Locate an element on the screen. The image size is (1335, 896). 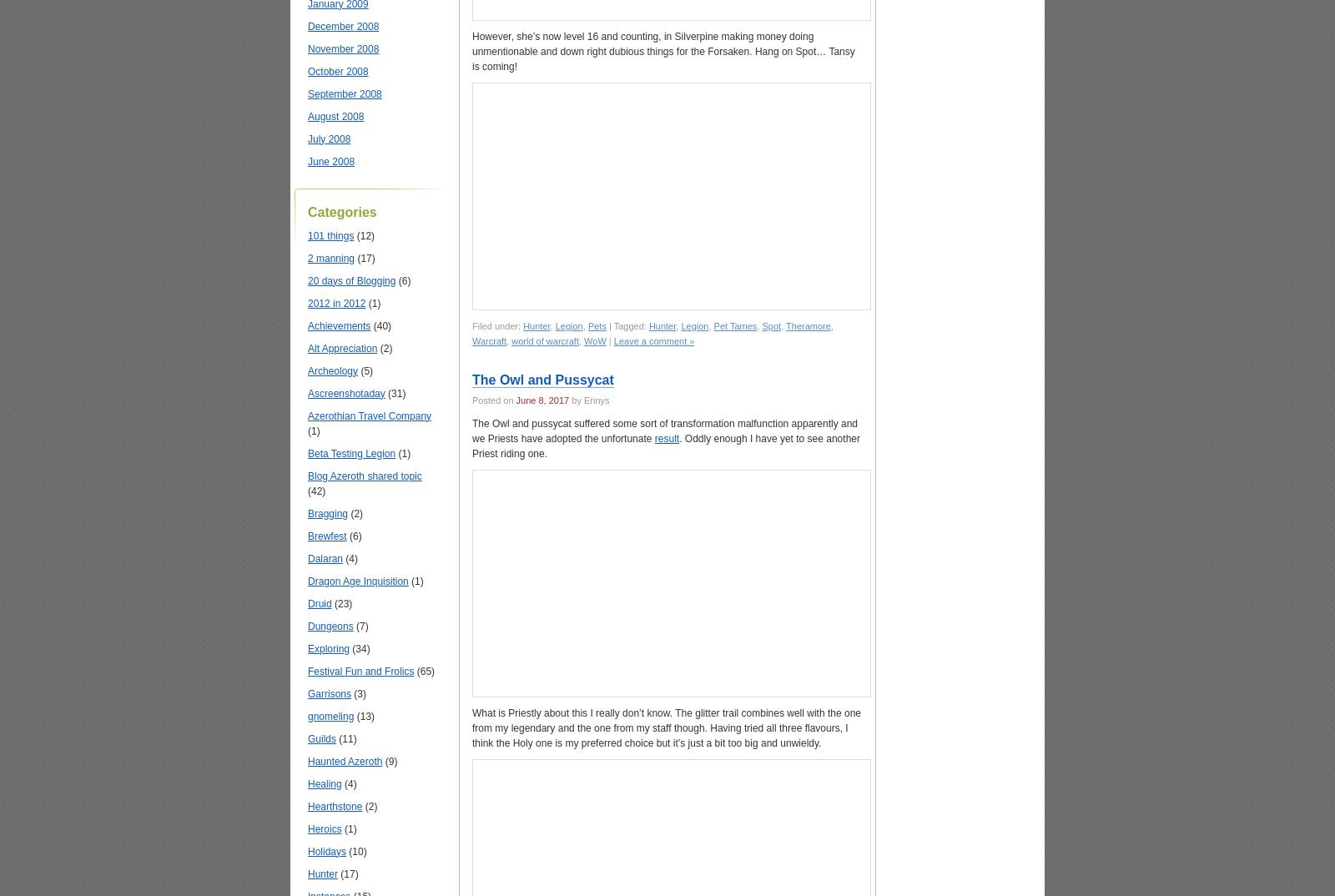
'2 manning' is located at coordinates (330, 257).